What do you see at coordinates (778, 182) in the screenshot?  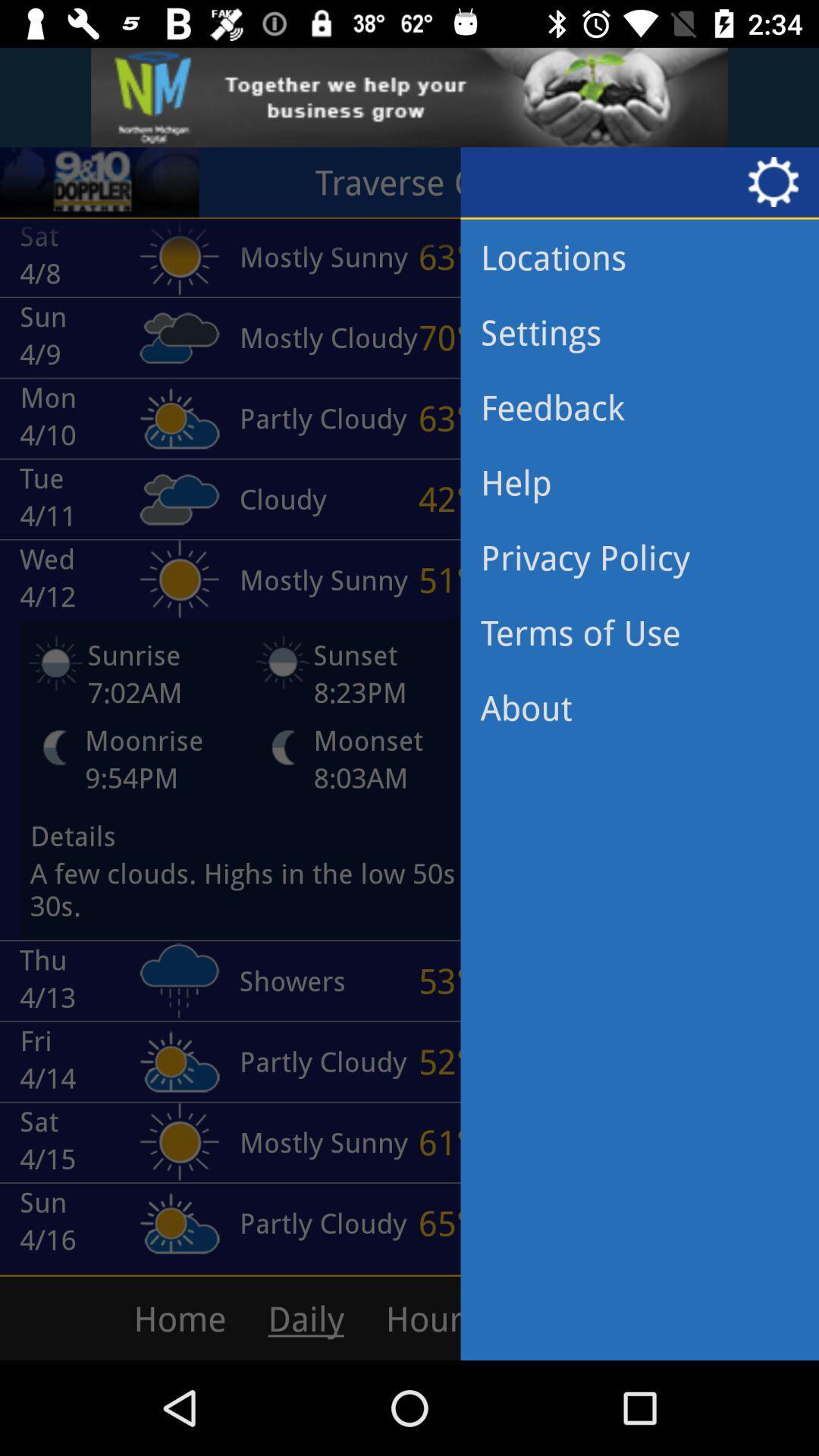 I see `settings icon` at bounding box center [778, 182].